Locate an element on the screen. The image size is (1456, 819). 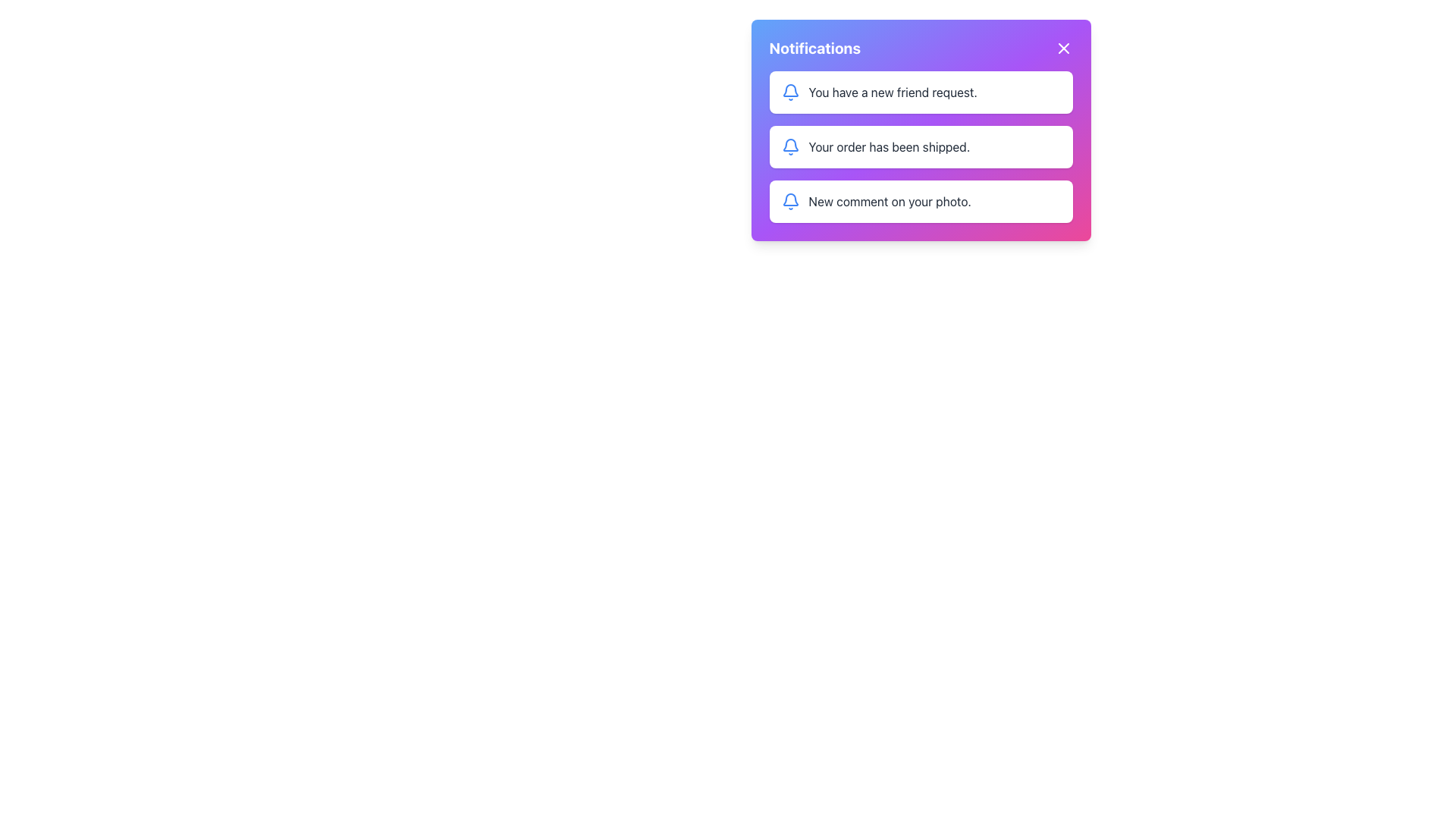
the notification card displaying 'Your order has been shipped.' located in the Notifications section is located at coordinates (920, 146).